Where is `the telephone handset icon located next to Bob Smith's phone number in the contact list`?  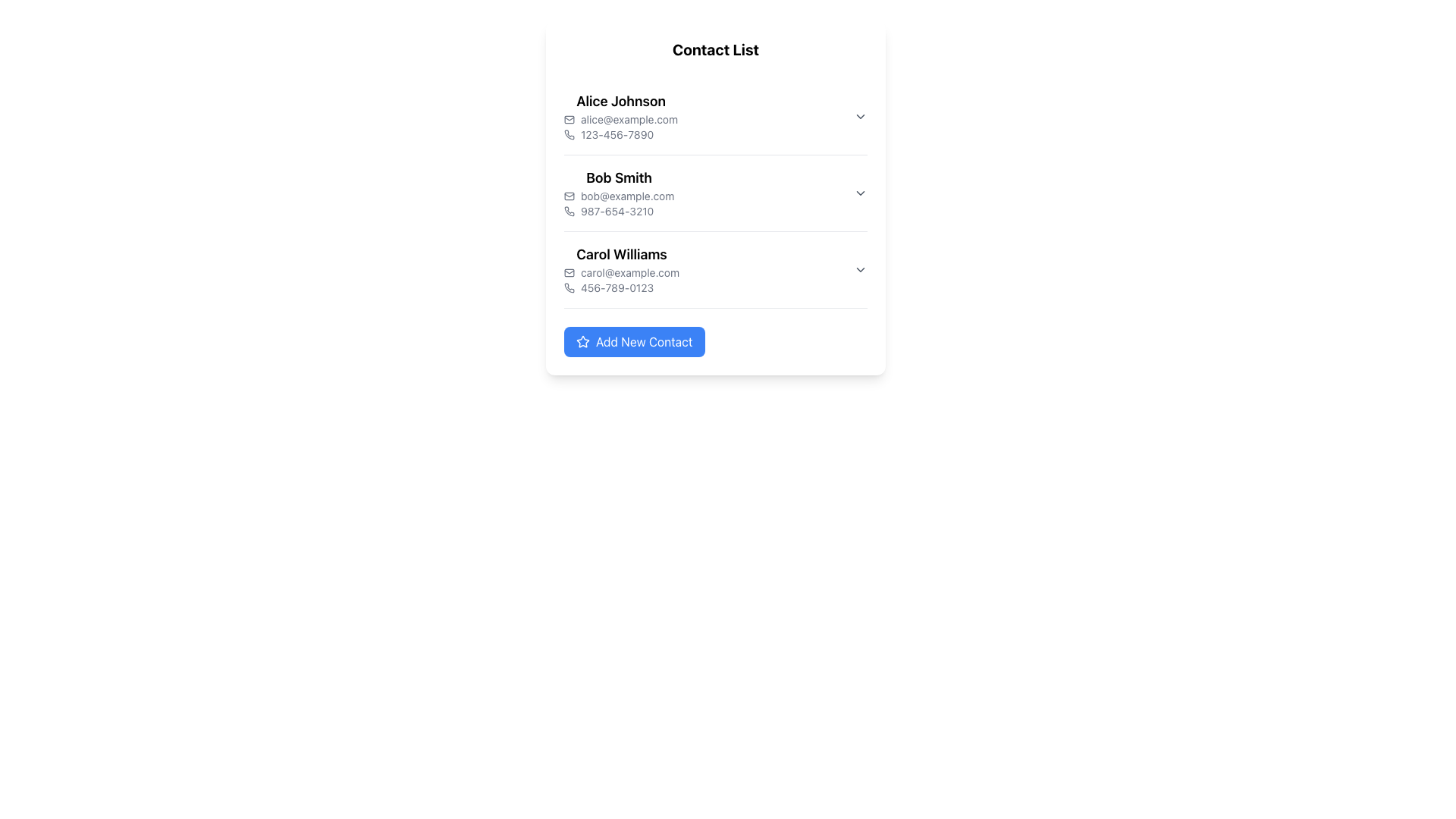
the telephone handset icon located next to Bob Smith's phone number in the contact list is located at coordinates (569, 211).